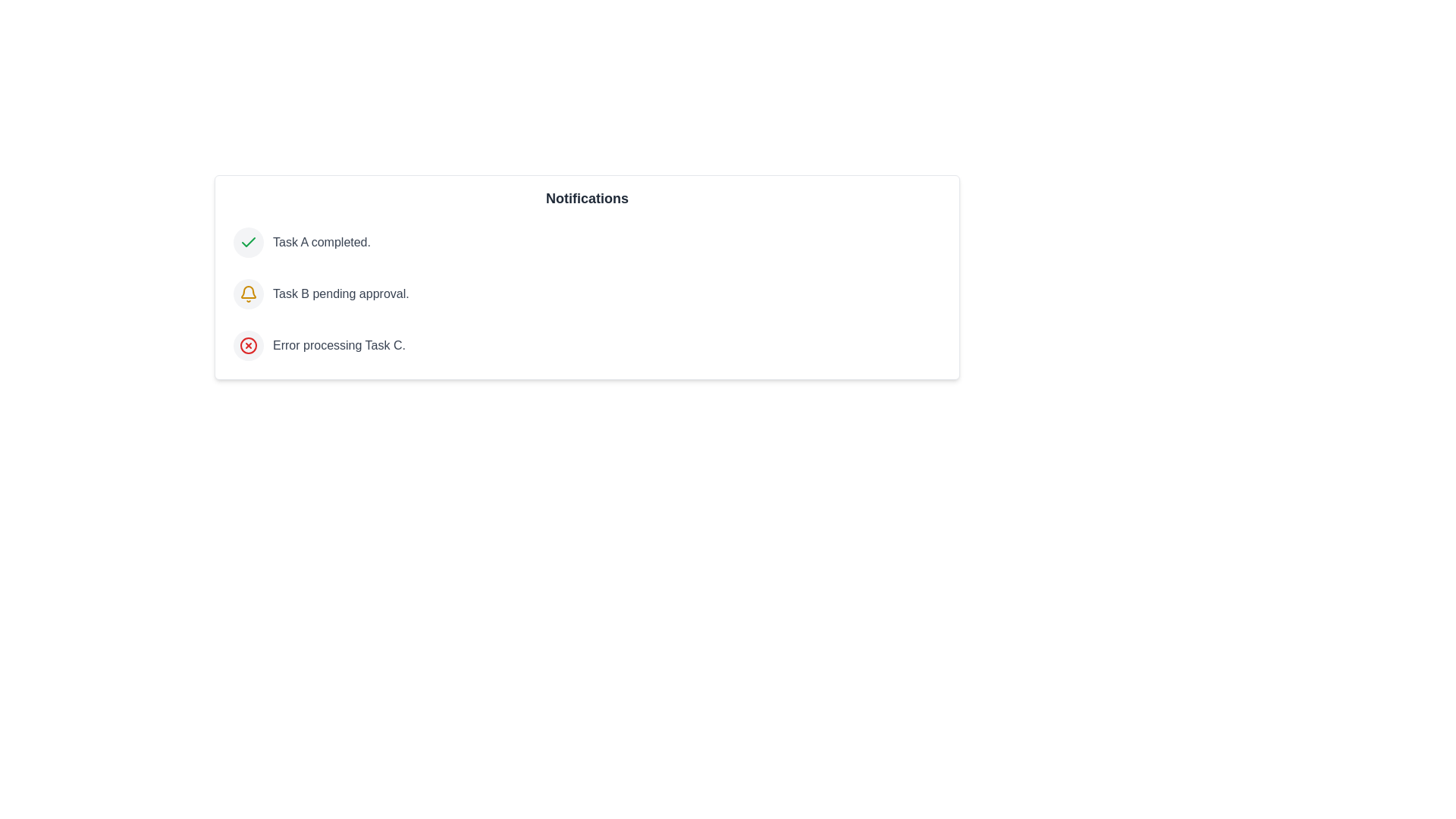  Describe the element at coordinates (248, 345) in the screenshot. I see `the icon associated with the notification of type error` at that location.